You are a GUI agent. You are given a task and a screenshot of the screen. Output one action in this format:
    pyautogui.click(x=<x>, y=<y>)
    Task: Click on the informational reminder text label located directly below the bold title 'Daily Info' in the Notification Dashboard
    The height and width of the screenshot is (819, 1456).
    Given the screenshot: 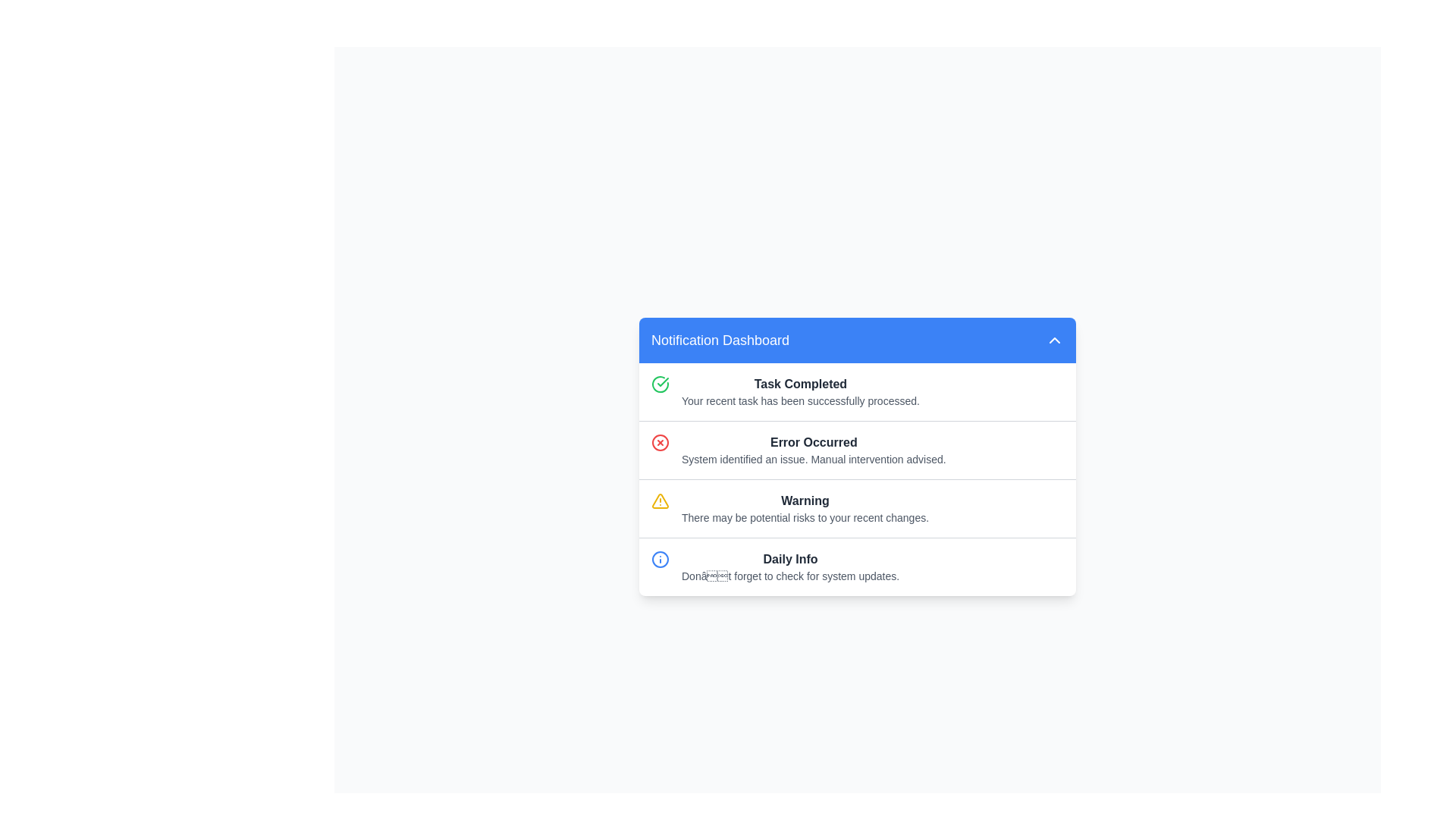 What is the action you would take?
    pyautogui.click(x=789, y=576)
    